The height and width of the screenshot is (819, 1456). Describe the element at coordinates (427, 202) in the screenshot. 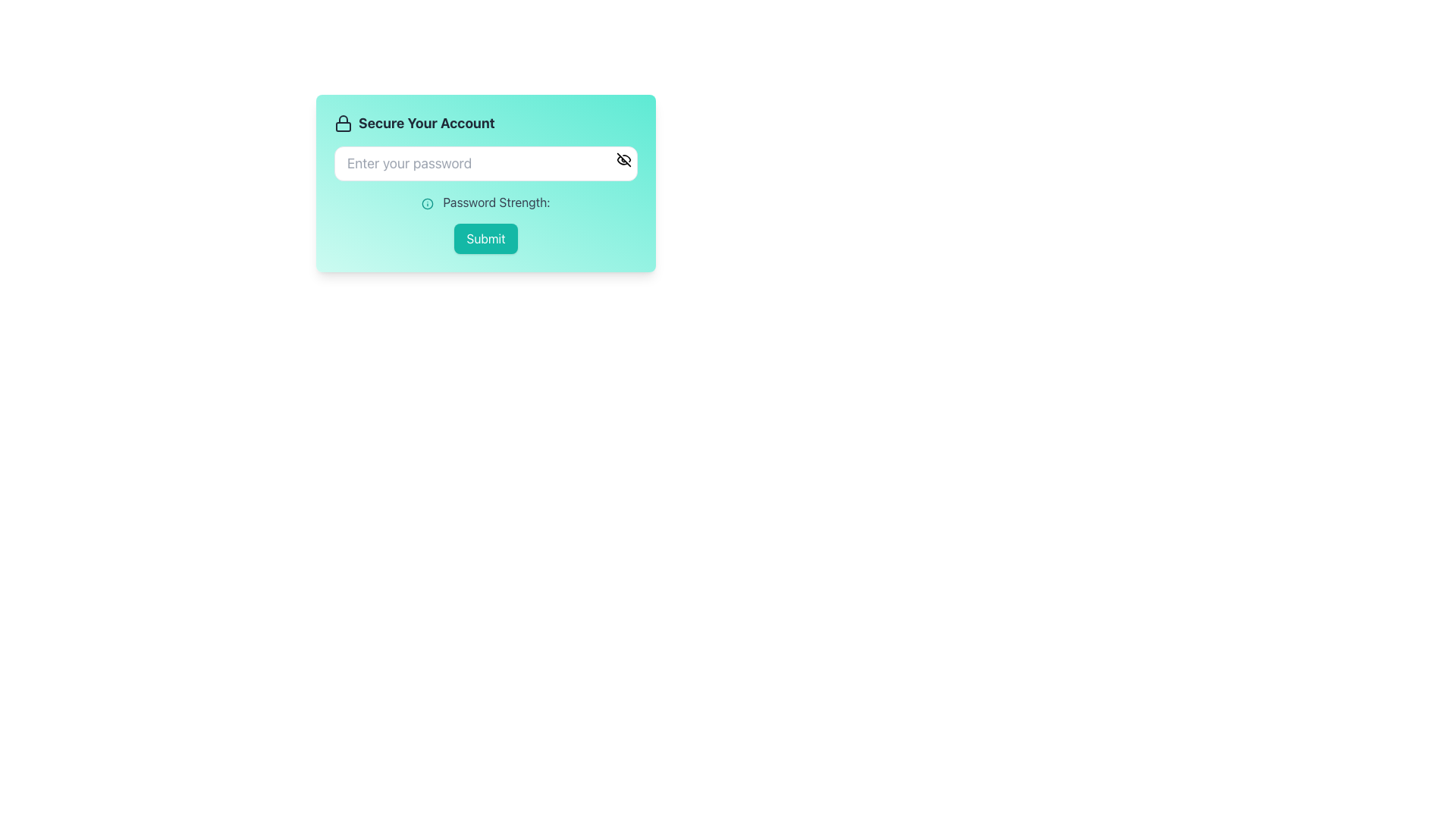

I see `the small circular teal information icon located to the left of the text 'Password Strength:'` at that location.